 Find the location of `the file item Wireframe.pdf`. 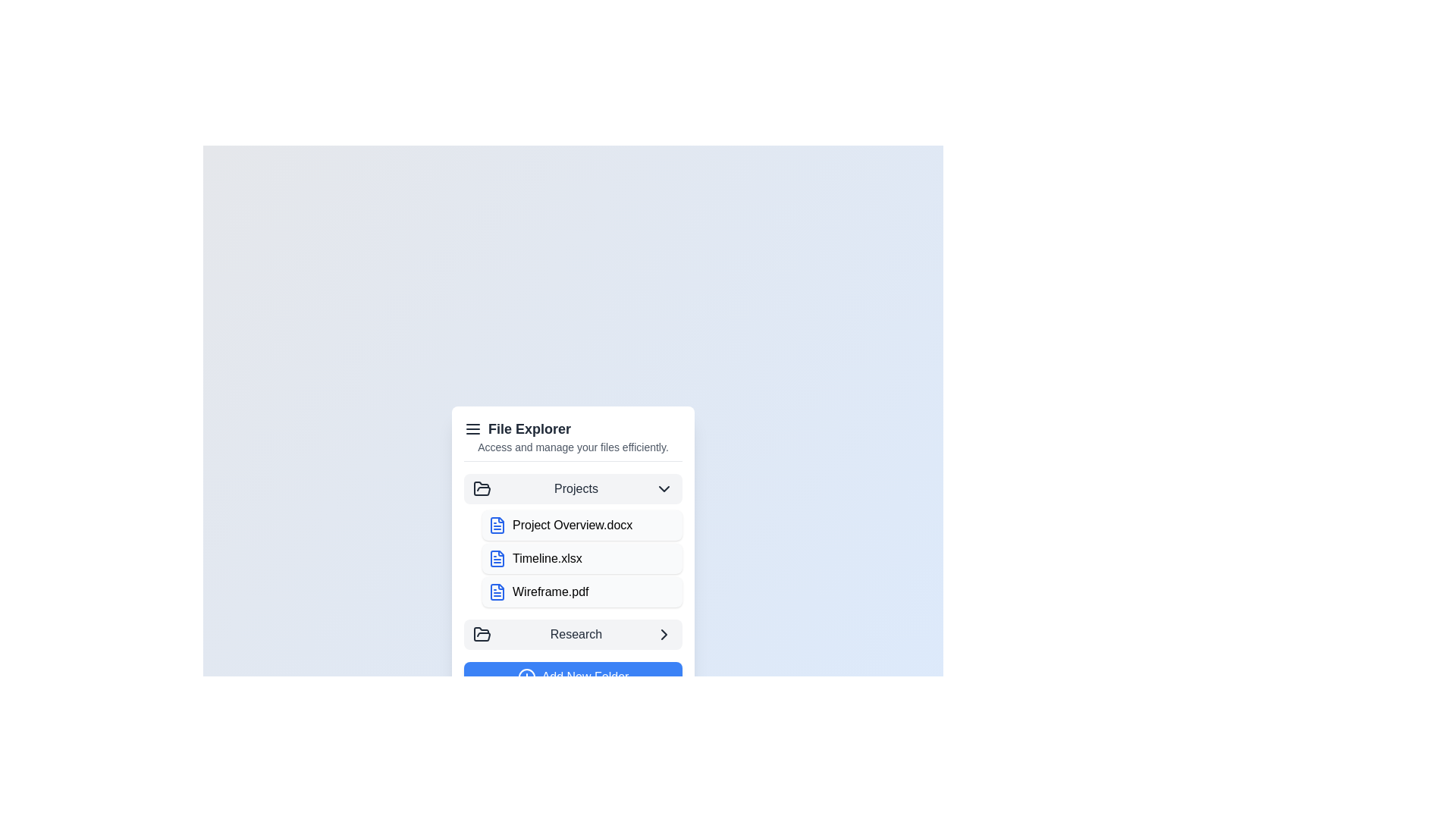

the file item Wireframe.pdf is located at coordinates (582, 591).